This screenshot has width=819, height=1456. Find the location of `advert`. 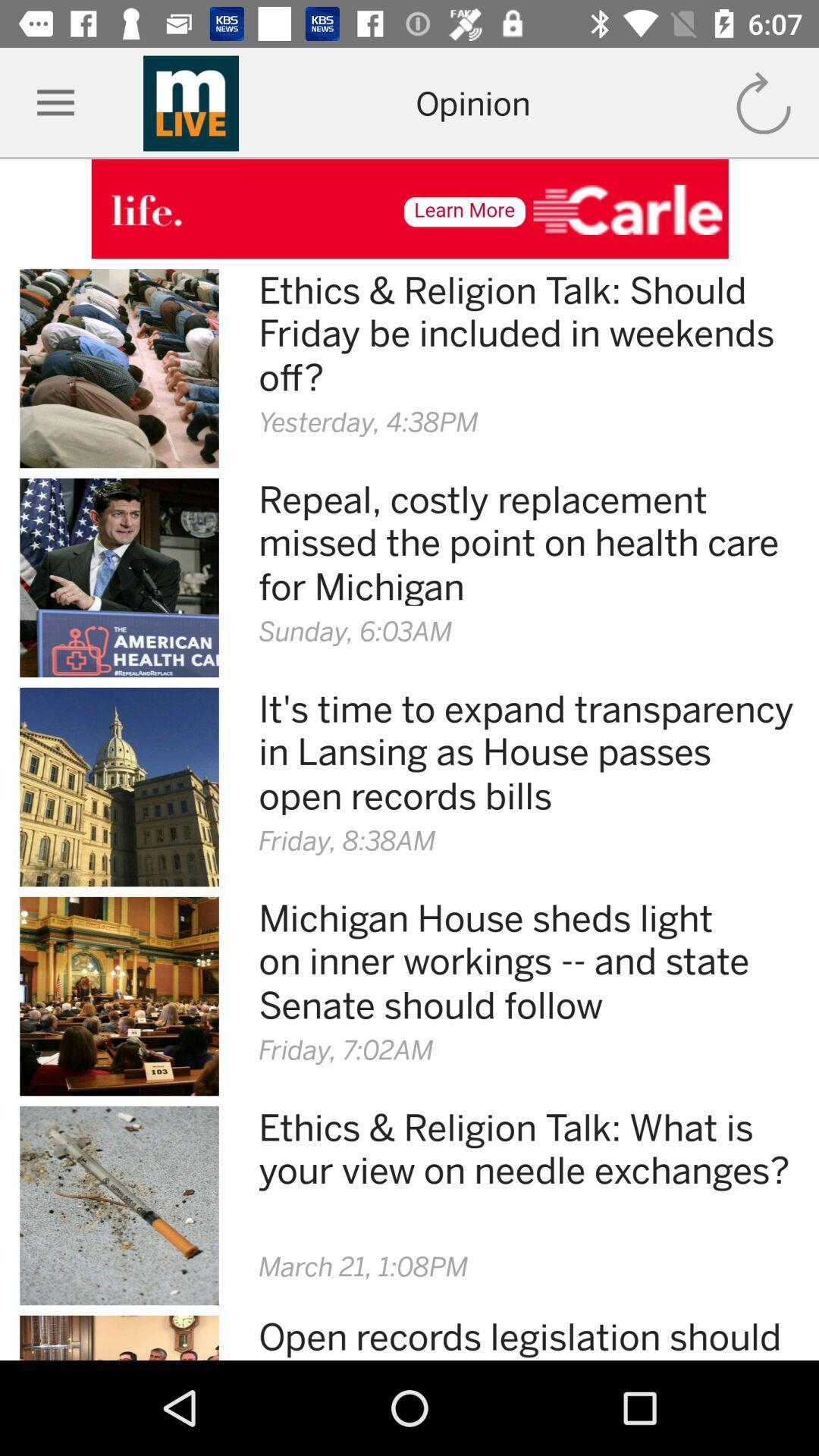

advert is located at coordinates (409, 208).